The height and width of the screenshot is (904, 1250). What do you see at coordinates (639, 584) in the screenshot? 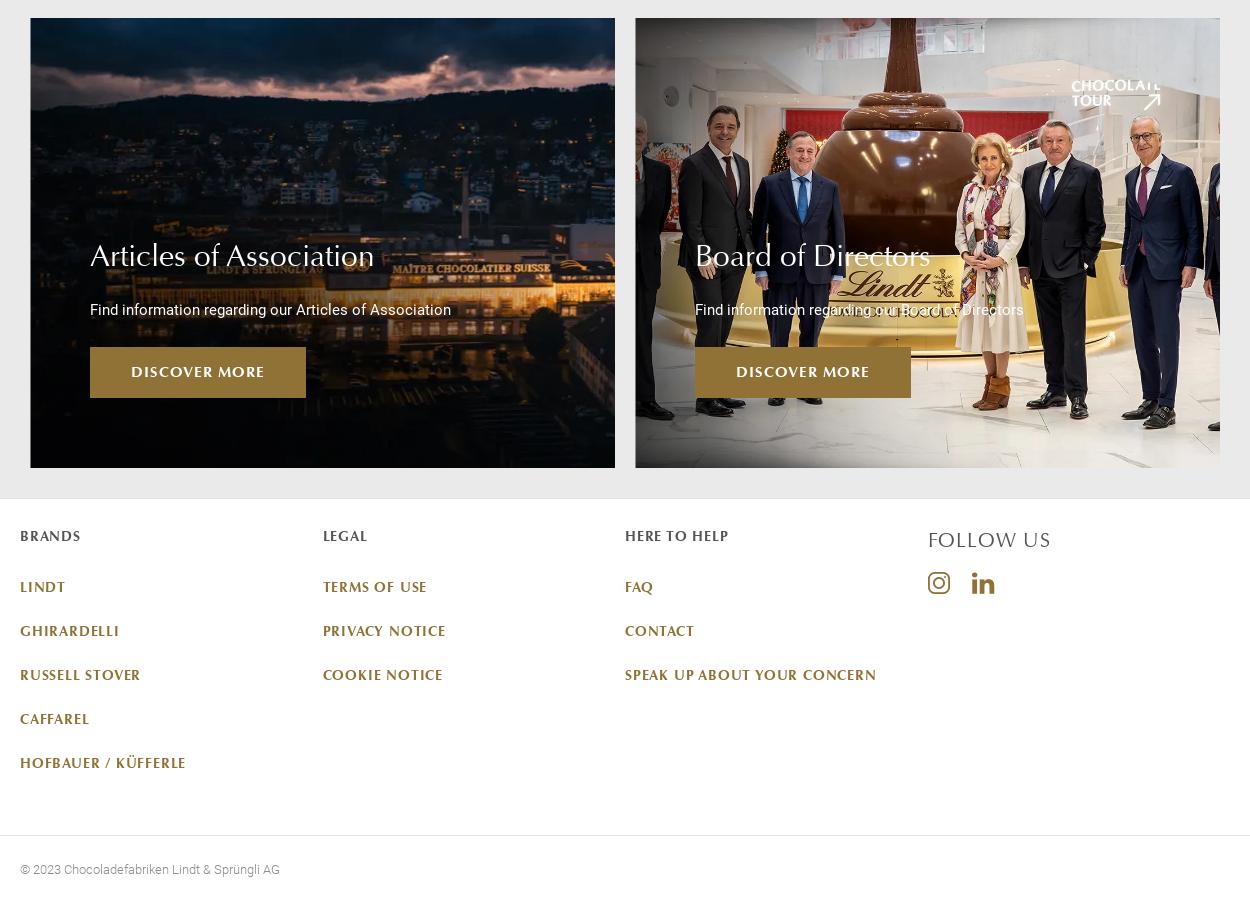
I see `'FAQ'` at bounding box center [639, 584].